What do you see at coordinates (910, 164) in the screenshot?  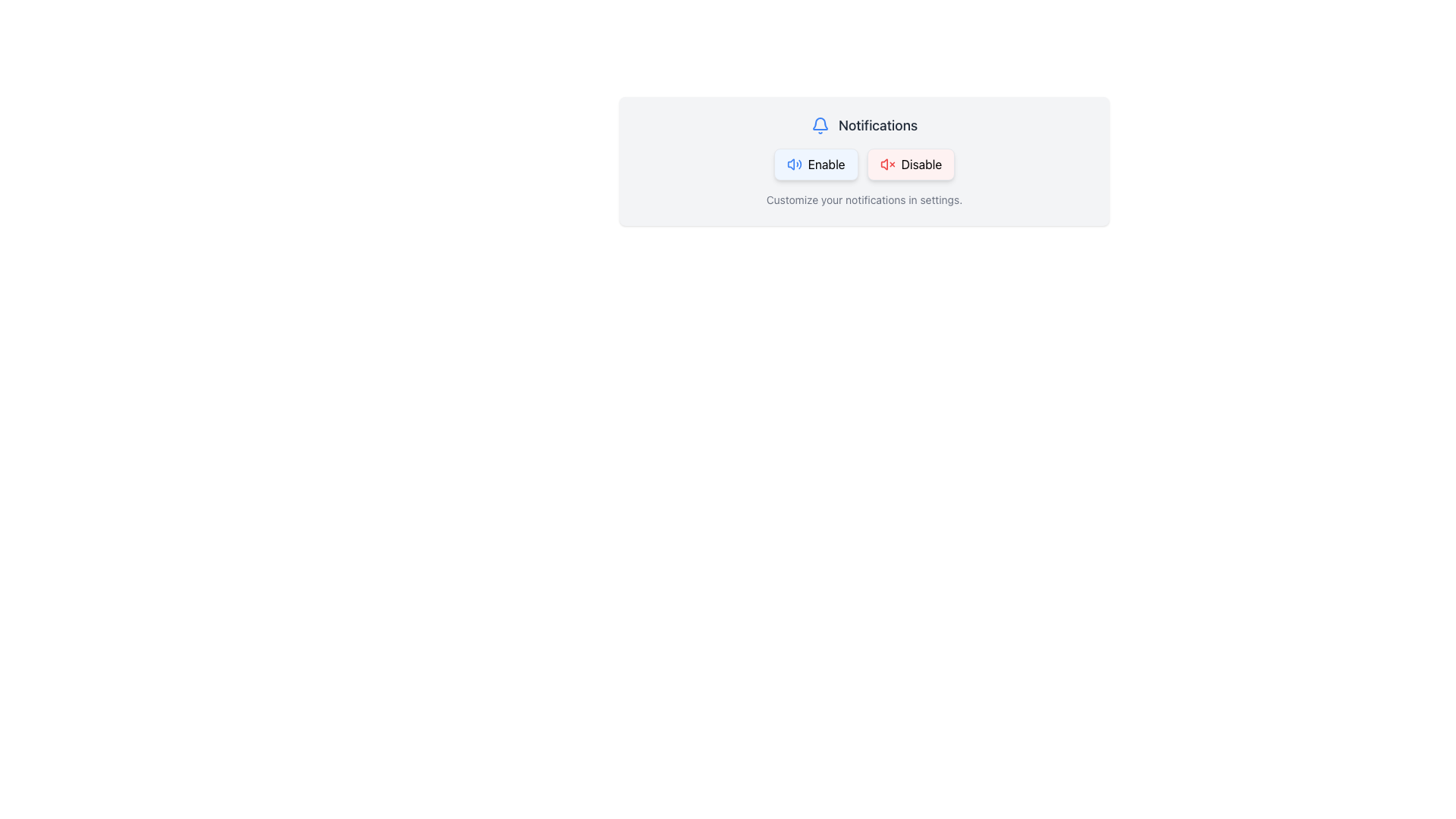 I see `the 'Disable' button` at bounding box center [910, 164].